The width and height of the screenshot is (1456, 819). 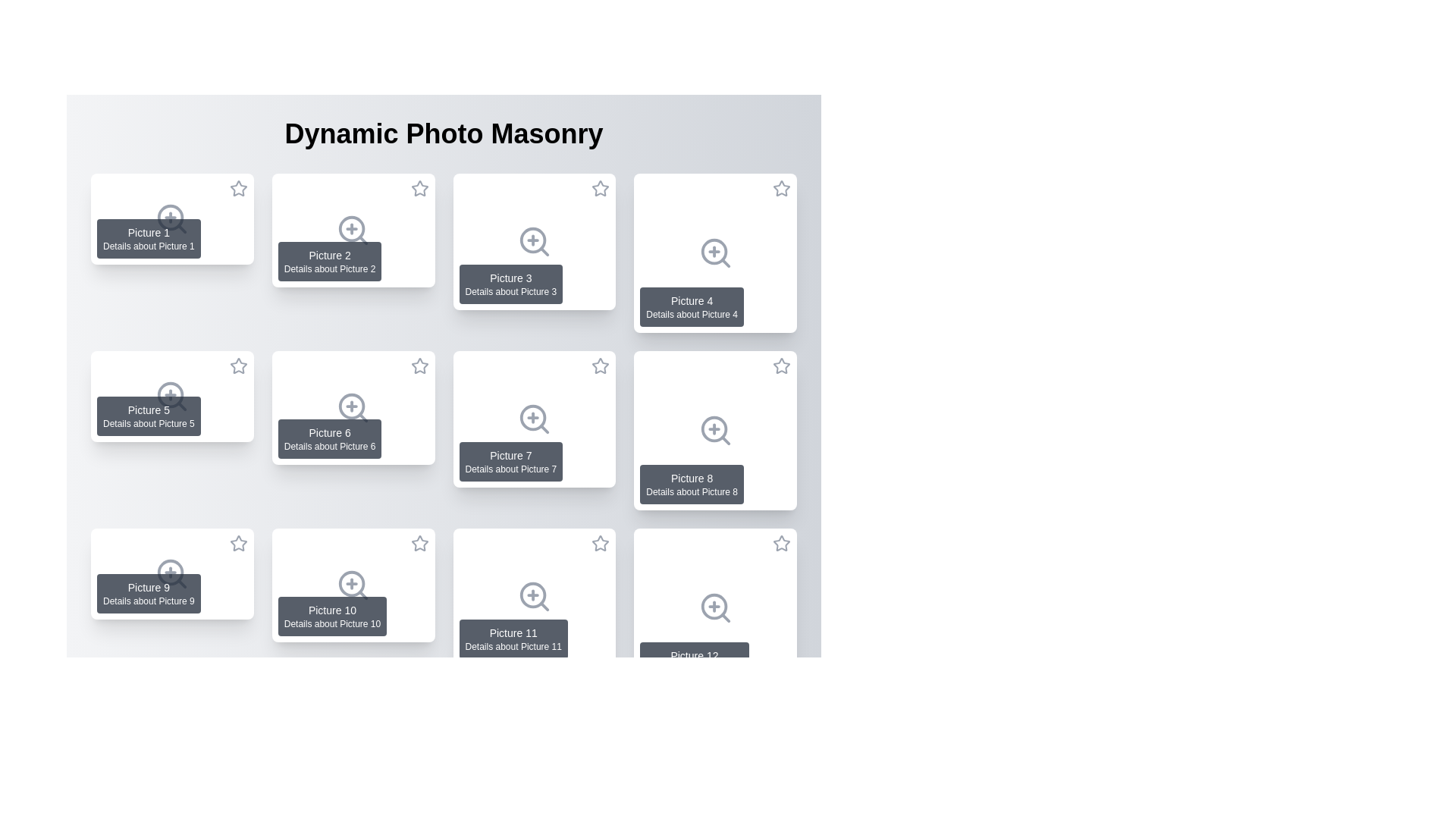 What do you see at coordinates (510, 284) in the screenshot?
I see `information displayed on the text label located near the bottom-left corner of the white card in the third column of the grid layout` at bounding box center [510, 284].